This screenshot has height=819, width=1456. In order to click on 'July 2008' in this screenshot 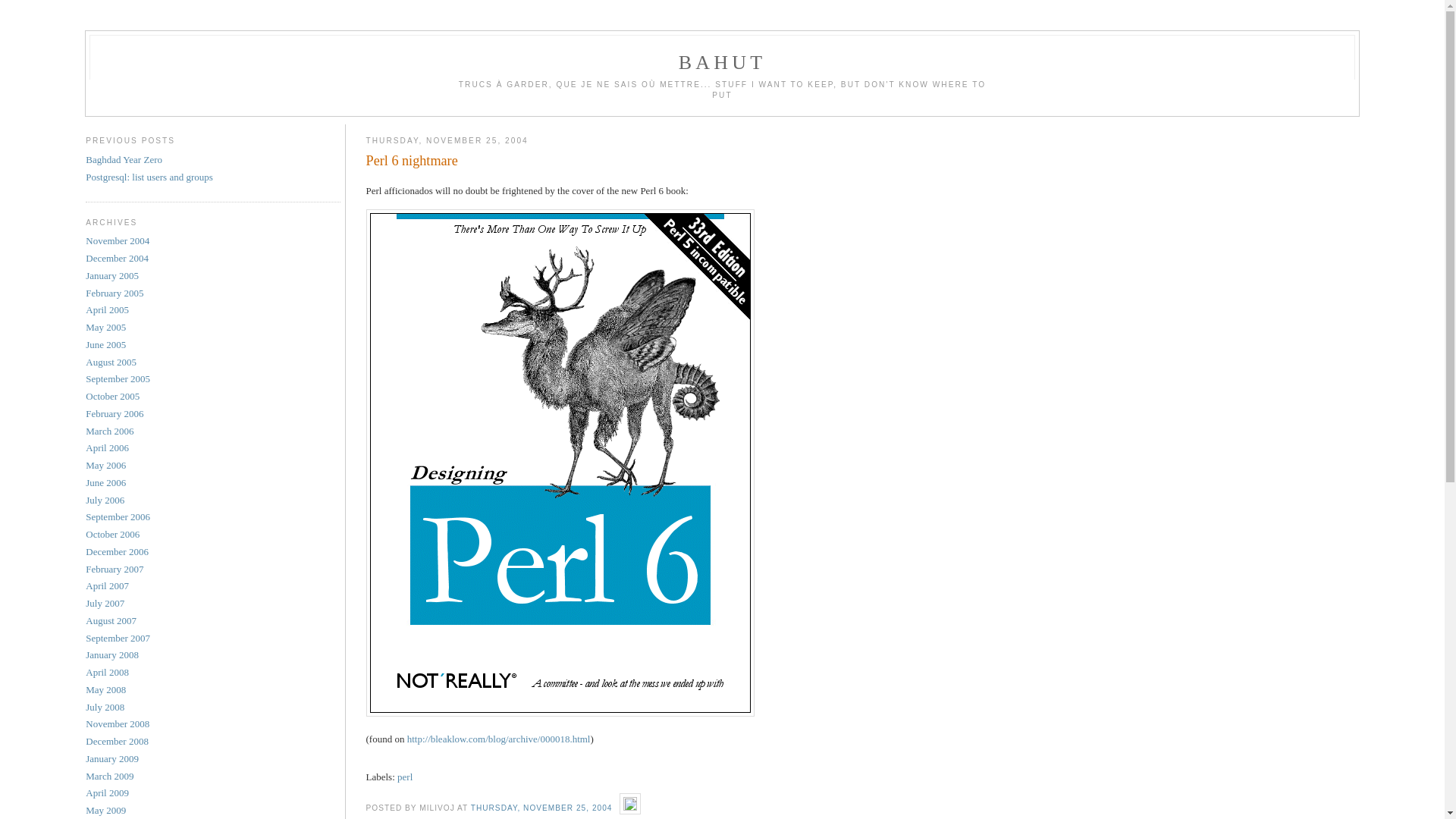, I will do `click(104, 707)`.